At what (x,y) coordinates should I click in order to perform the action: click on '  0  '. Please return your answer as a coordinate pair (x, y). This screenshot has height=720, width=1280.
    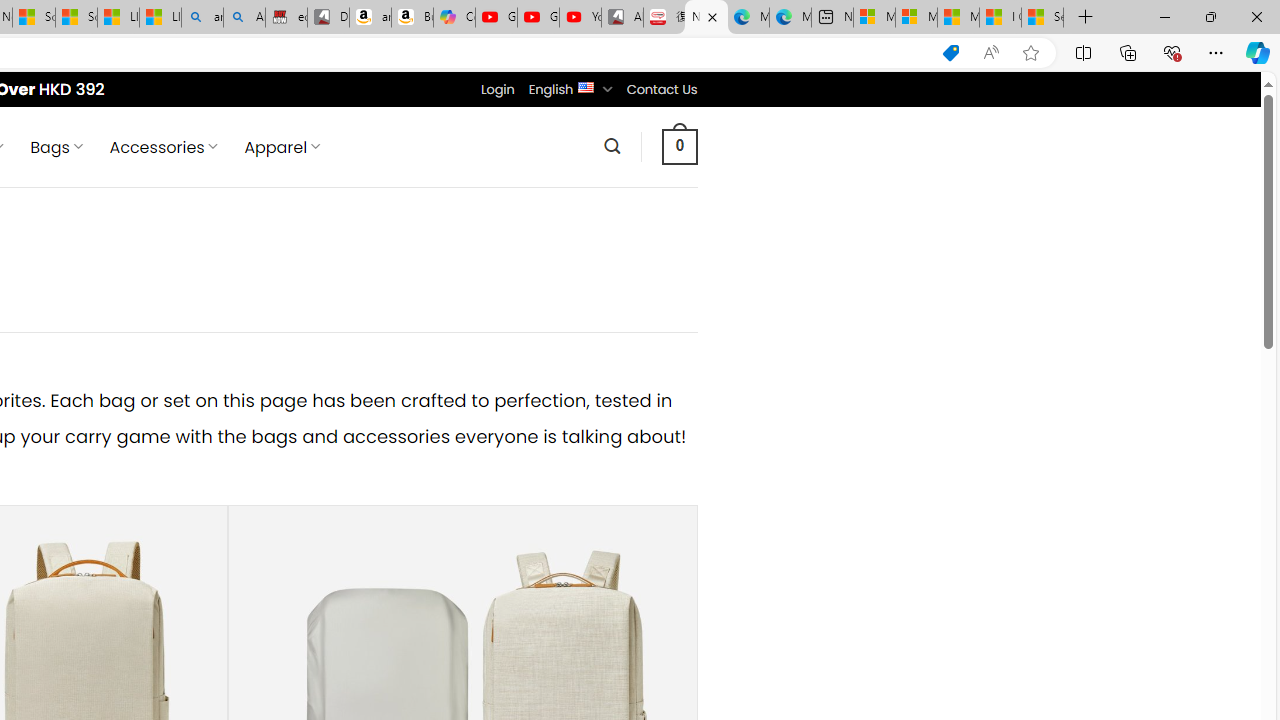
    Looking at the image, I should click on (679, 145).